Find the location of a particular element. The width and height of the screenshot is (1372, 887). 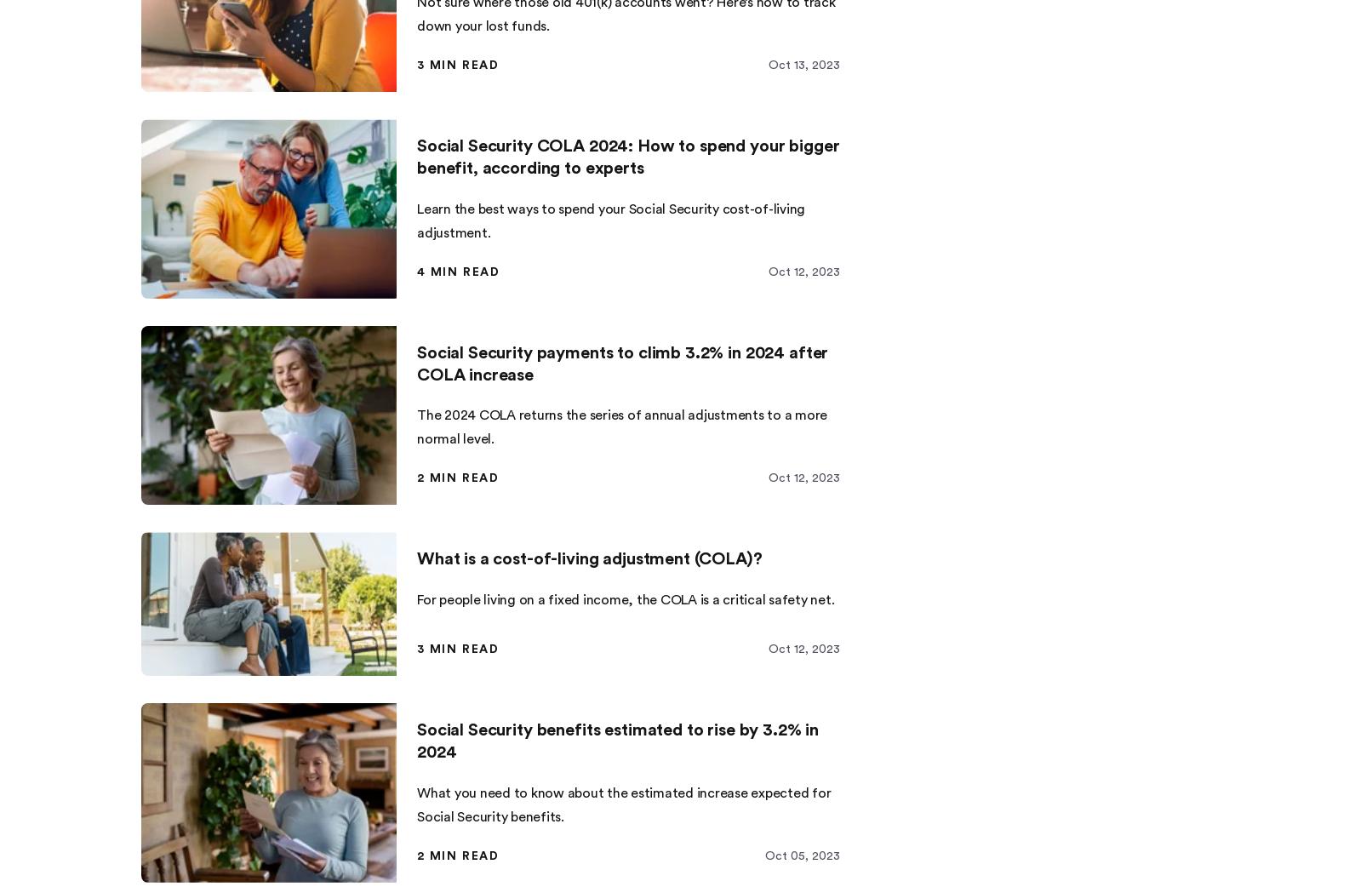

'Learn the best ways to spend your Social Security cost-of-living adjustment.' is located at coordinates (610, 220).